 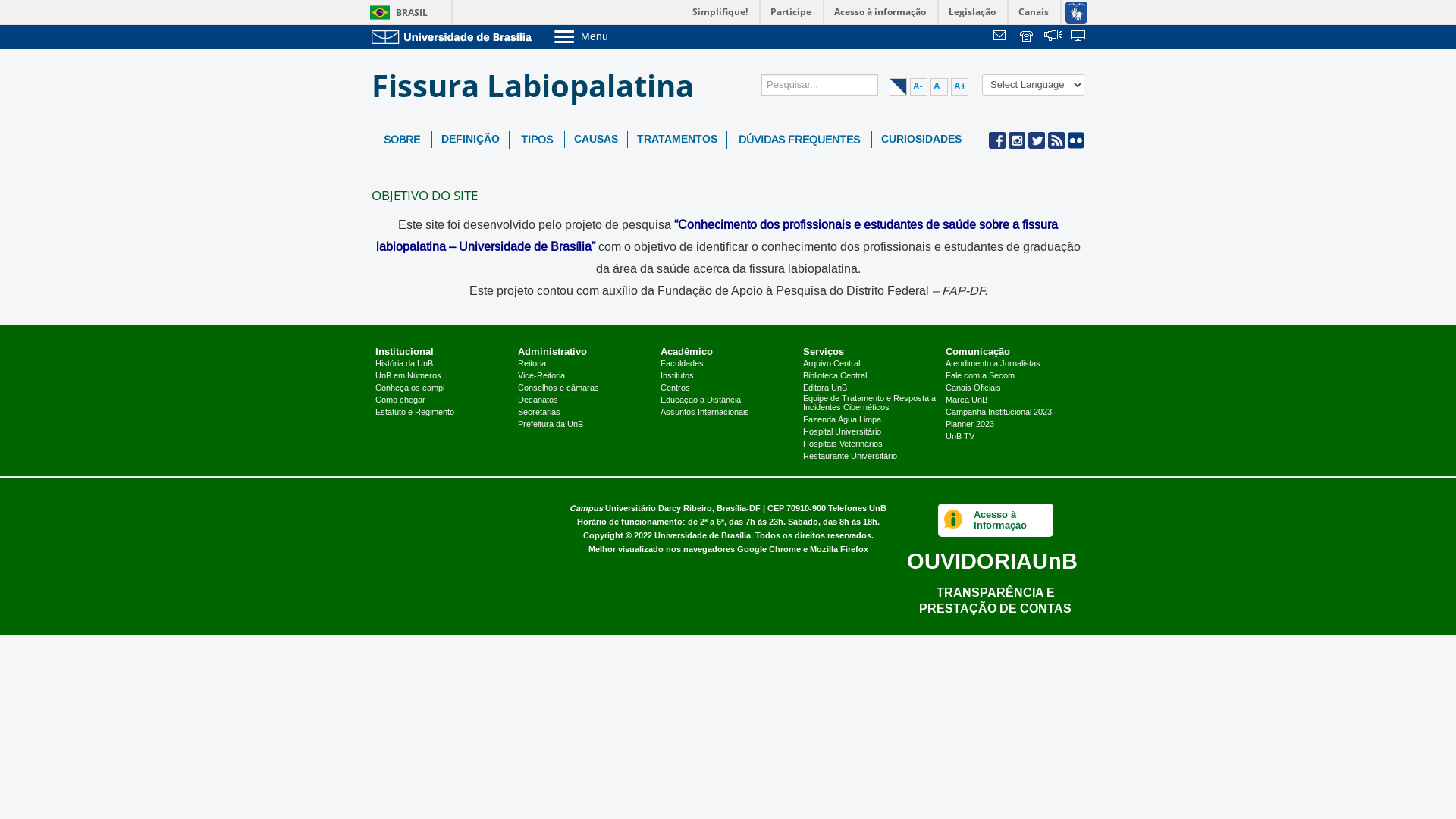 What do you see at coordinates (857, 508) in the screenshot?
I see `'Telefones UnB'` at bounding box center [857, 508].